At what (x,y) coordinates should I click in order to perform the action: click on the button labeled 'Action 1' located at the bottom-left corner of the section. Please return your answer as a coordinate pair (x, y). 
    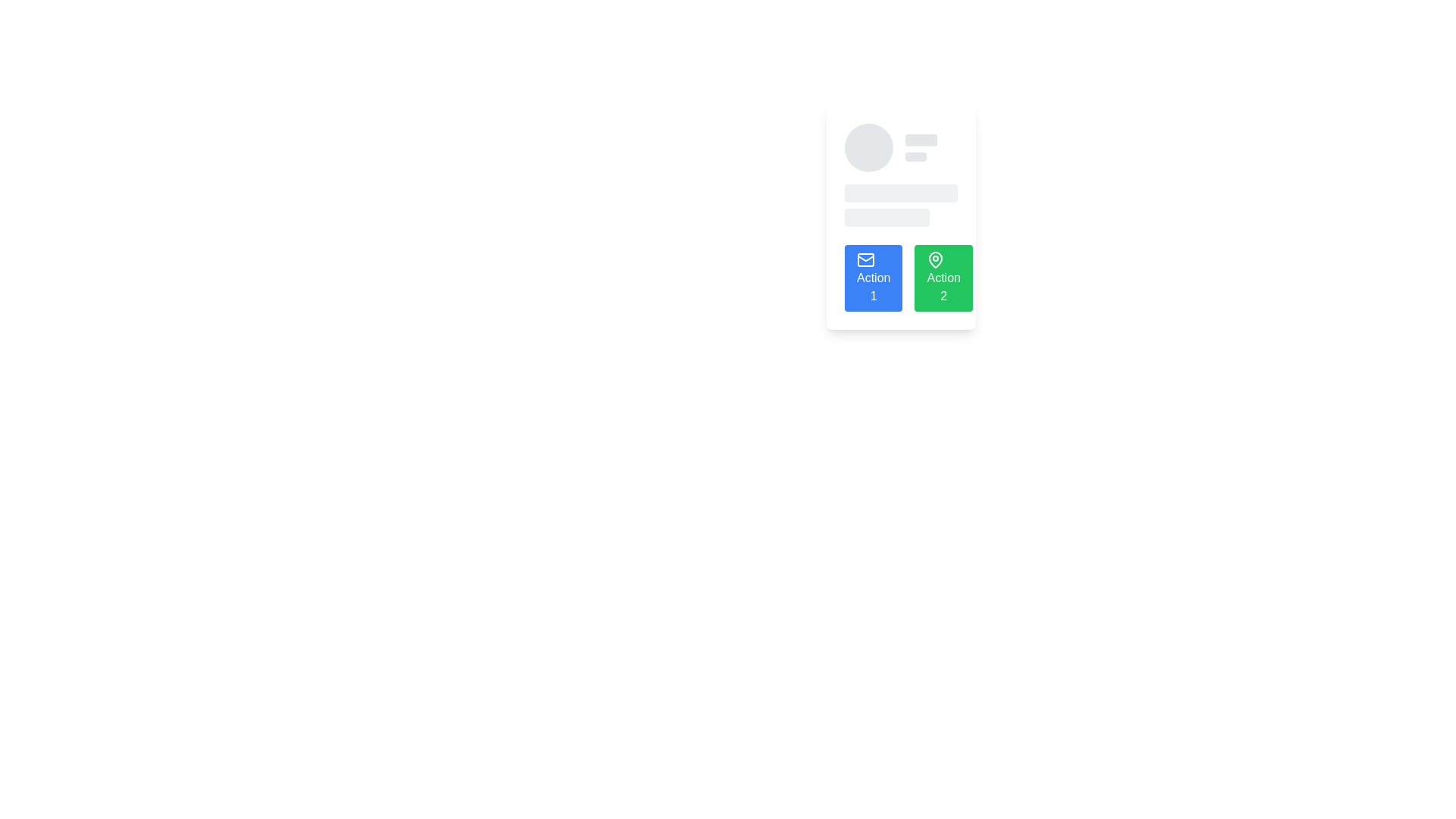
    Looking at the image, I should click on (874, 278).